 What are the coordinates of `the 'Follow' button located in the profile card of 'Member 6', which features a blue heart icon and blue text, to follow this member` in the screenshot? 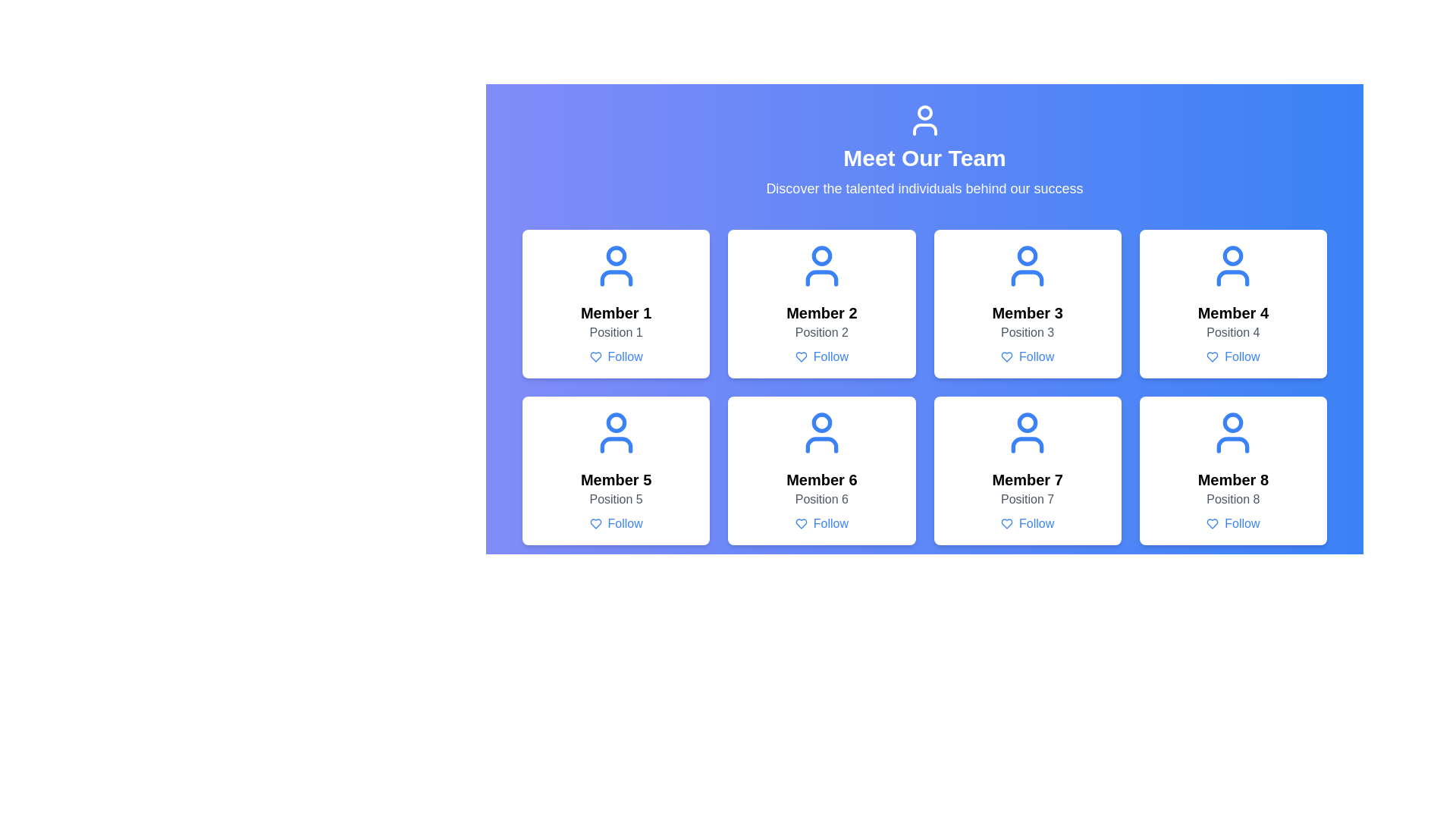 It's located at (821, 522).